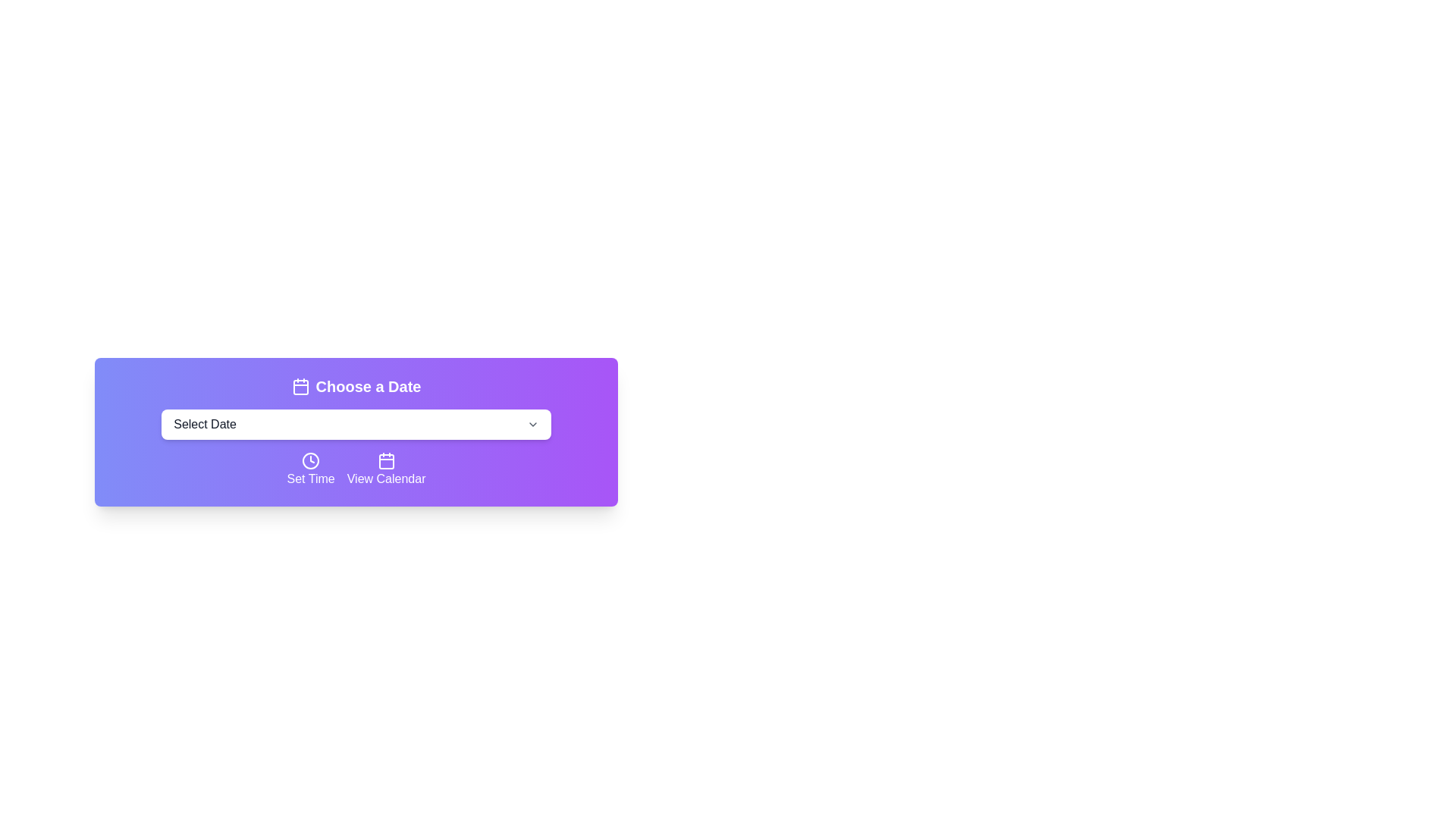 This screenshot has width=1456, height=819. I want to click on the clock icon with a circular border and clock hands, located leftmost among the buttons below the date picker, so click(310, 460).